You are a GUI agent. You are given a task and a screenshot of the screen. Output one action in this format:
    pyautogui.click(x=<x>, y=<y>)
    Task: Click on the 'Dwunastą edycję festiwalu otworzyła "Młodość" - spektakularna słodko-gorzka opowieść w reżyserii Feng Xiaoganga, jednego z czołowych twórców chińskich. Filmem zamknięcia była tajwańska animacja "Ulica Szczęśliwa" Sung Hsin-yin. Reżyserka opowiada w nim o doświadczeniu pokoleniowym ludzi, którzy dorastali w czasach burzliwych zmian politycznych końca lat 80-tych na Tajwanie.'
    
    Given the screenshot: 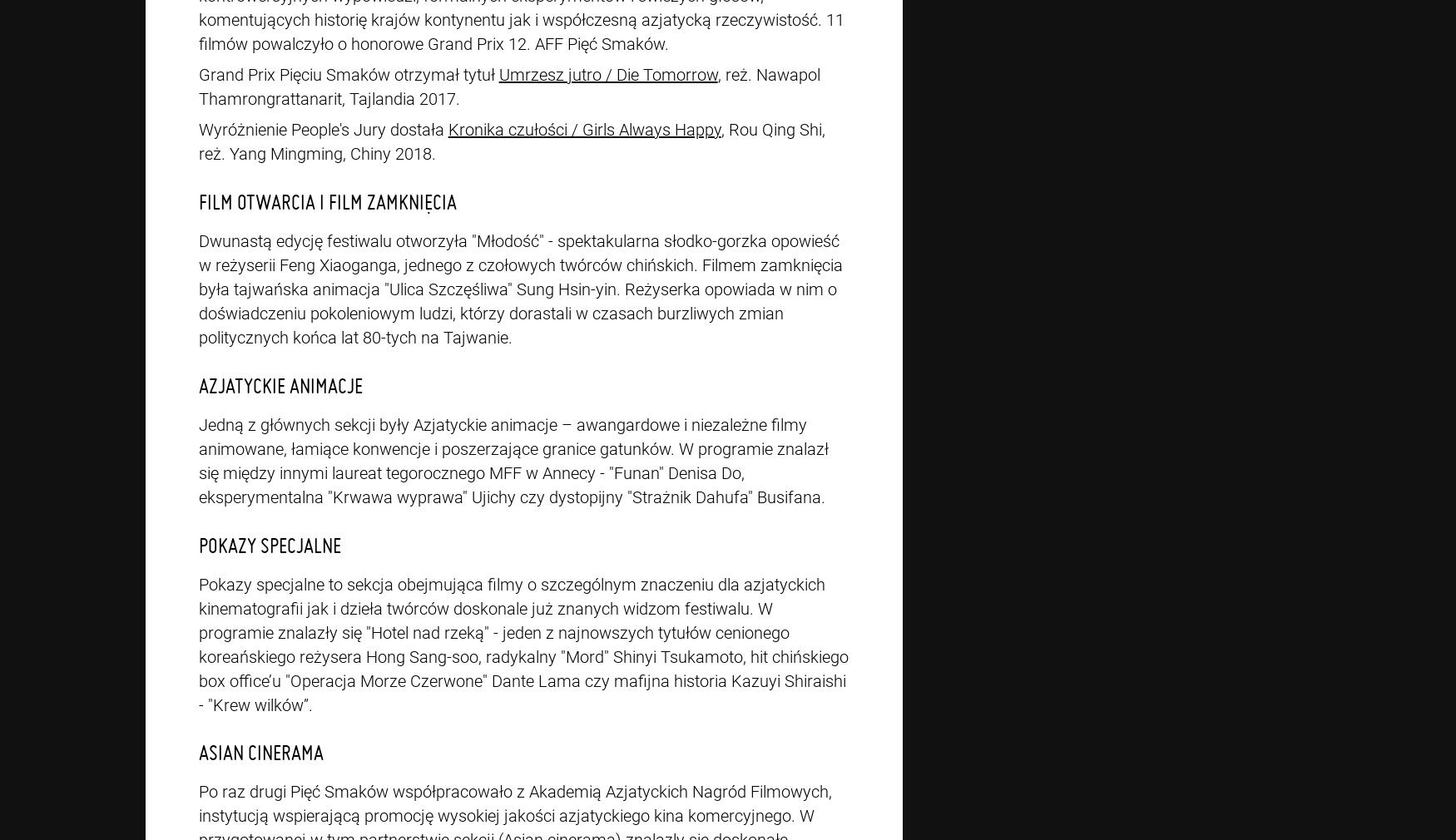 What is the action you would take?
    pyautogui.click(x=519, y=289)
    